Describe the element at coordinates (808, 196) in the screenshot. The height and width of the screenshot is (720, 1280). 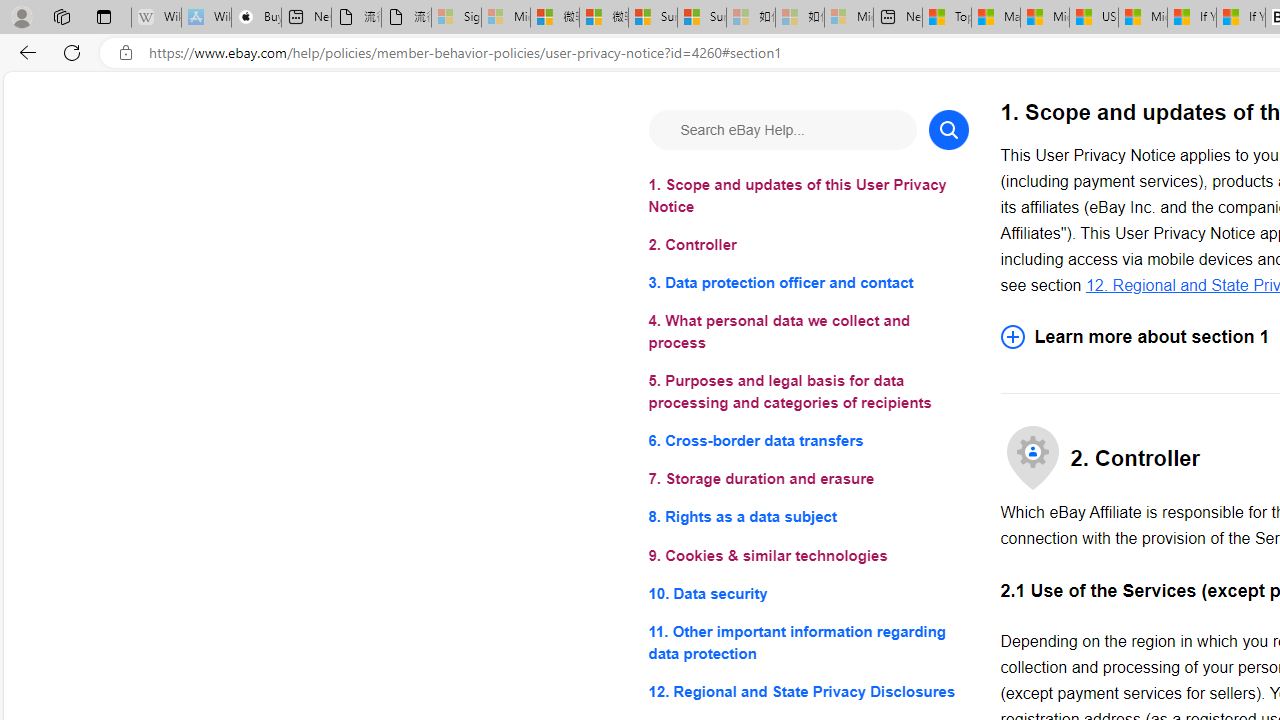
I see `'1. Scope and updates of this User Privacy Notice'` at that location.